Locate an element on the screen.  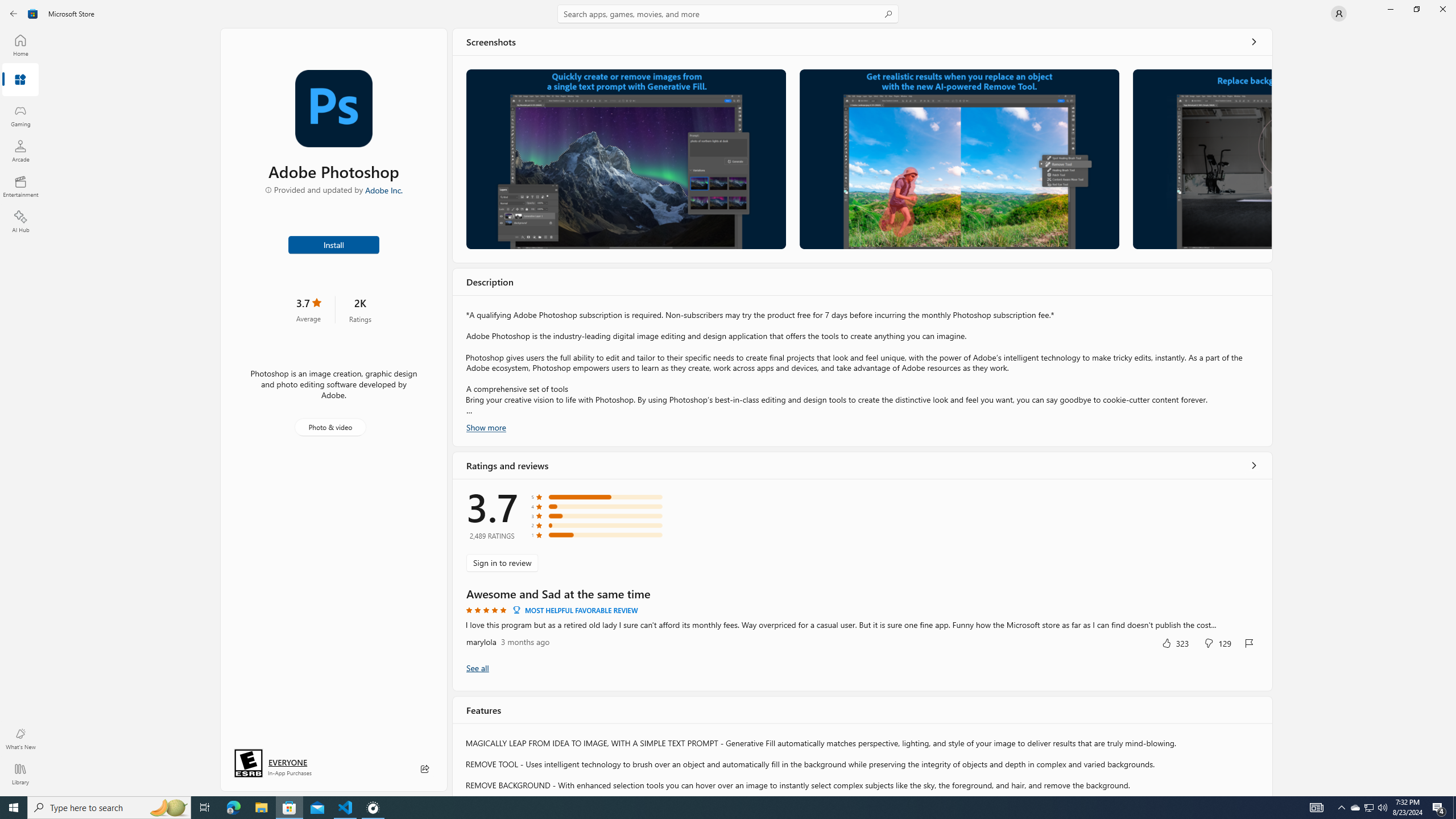
'Back' is located at coordinates (14, 13).